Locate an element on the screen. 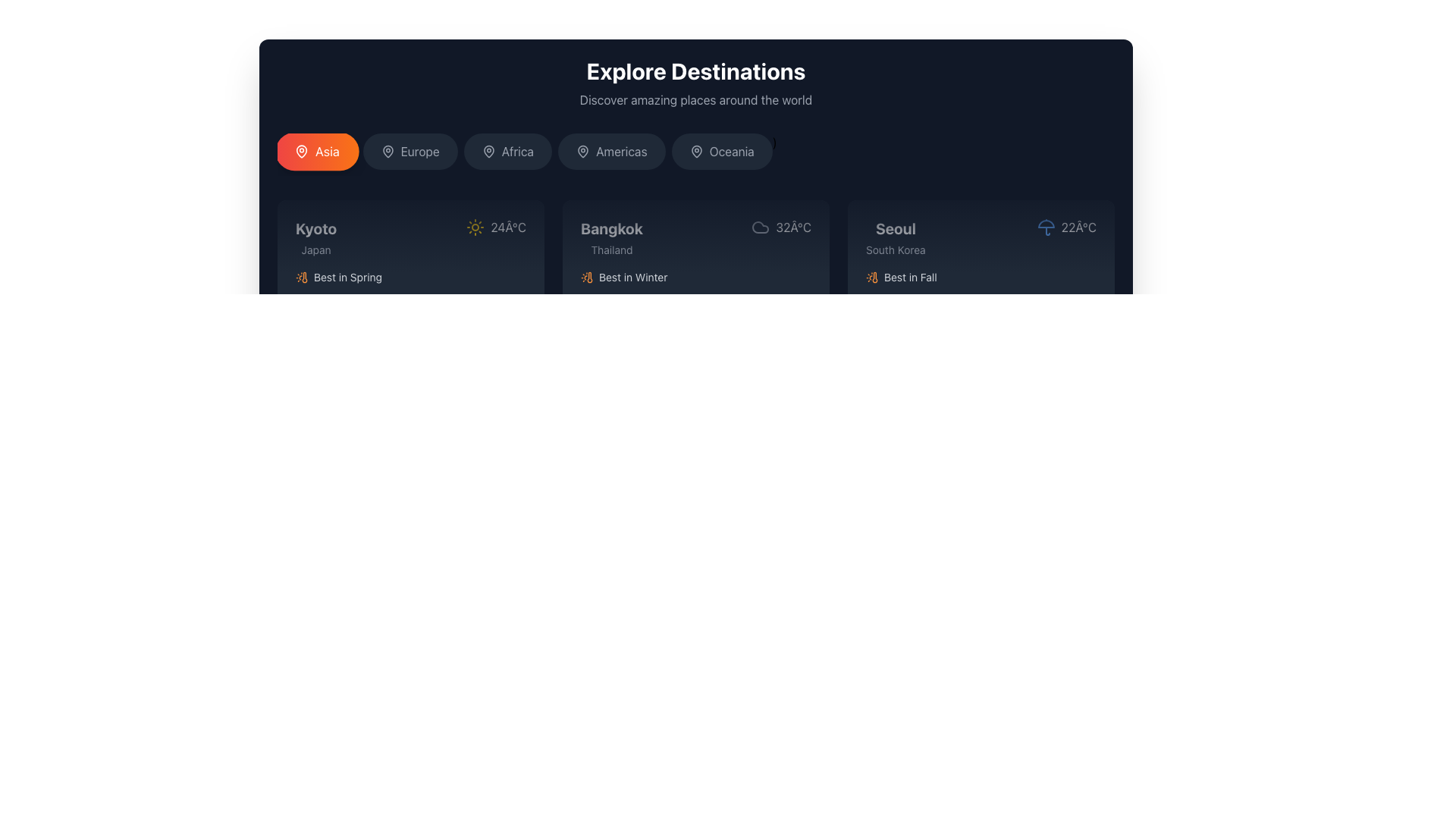  the decorative icon associated with the 'Asia' button, which is located on the leftmost side of the horizontal group of region buttons is located at coordinates (302, 152).